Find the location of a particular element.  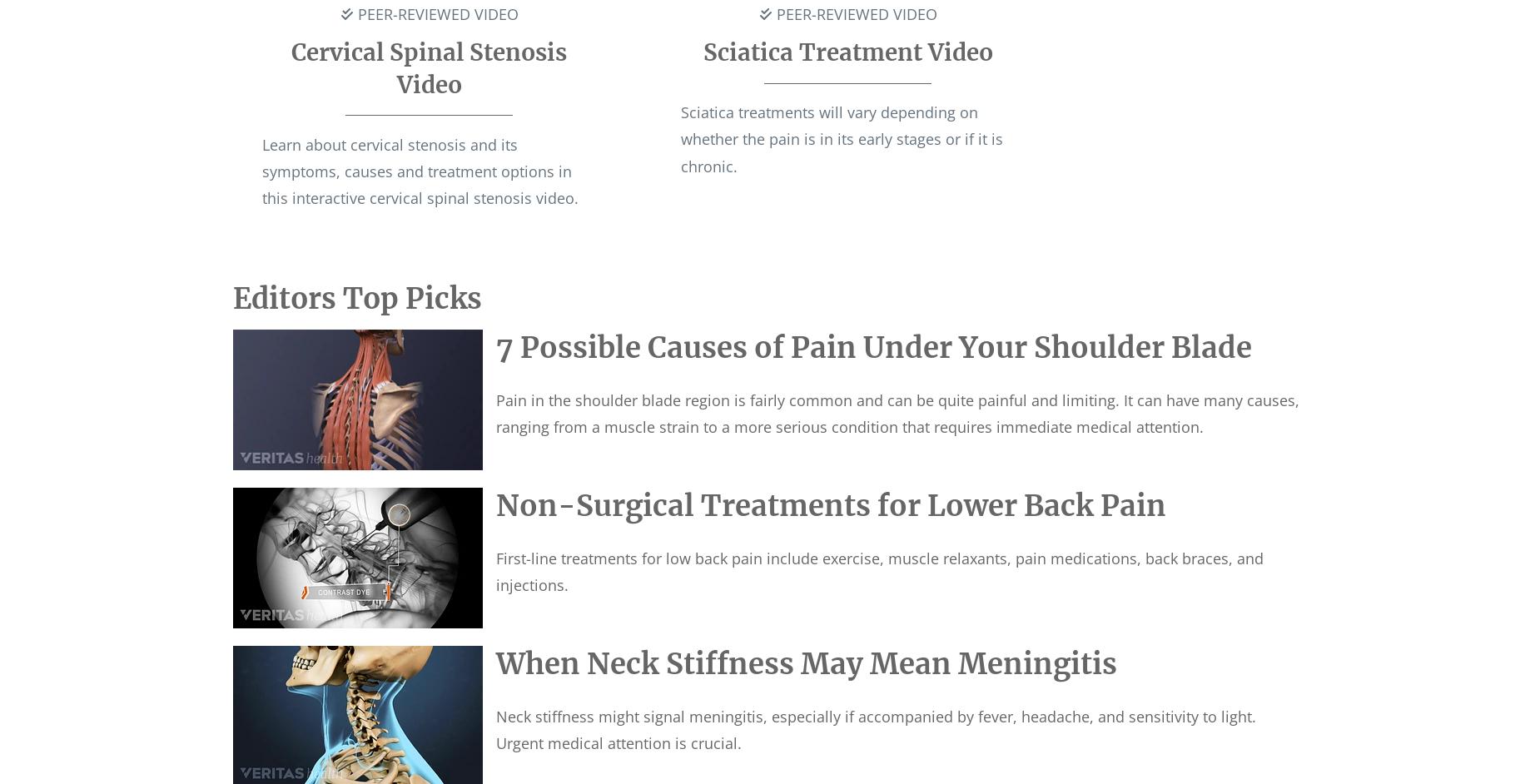

'7 Possible Causes of Pain Under Your Shoulder Blade' is located at coordinates (873, 346).